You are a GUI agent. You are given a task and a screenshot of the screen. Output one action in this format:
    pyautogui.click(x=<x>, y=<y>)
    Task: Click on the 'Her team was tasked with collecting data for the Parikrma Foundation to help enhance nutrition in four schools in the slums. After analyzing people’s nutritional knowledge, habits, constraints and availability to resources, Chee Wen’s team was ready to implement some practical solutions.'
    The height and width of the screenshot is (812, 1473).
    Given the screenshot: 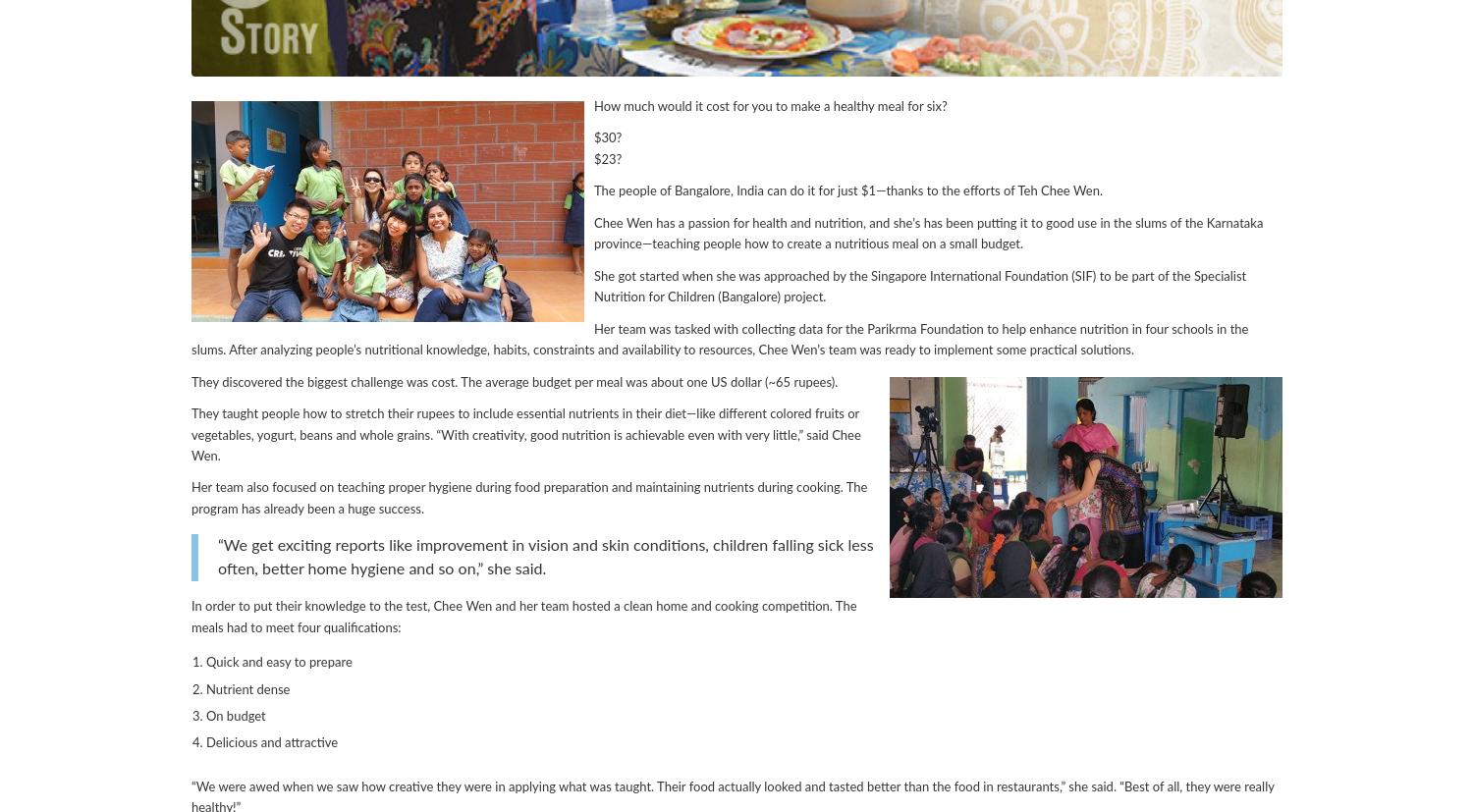 What is the action you would take?
    pyautogui.click(x=191, y=340)
    